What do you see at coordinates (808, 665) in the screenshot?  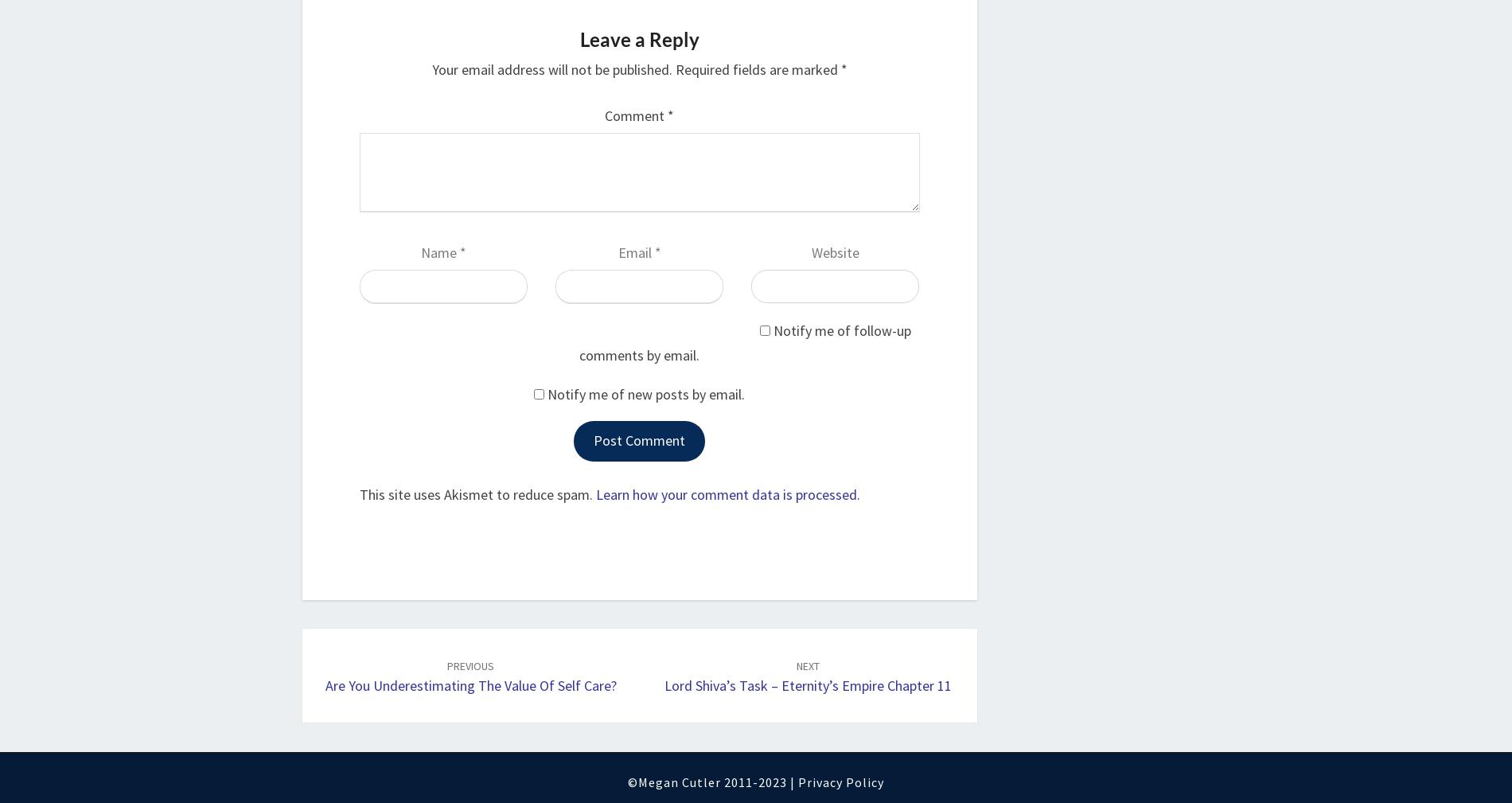 I see `'NEXT'` at bounding box center [808, 665].